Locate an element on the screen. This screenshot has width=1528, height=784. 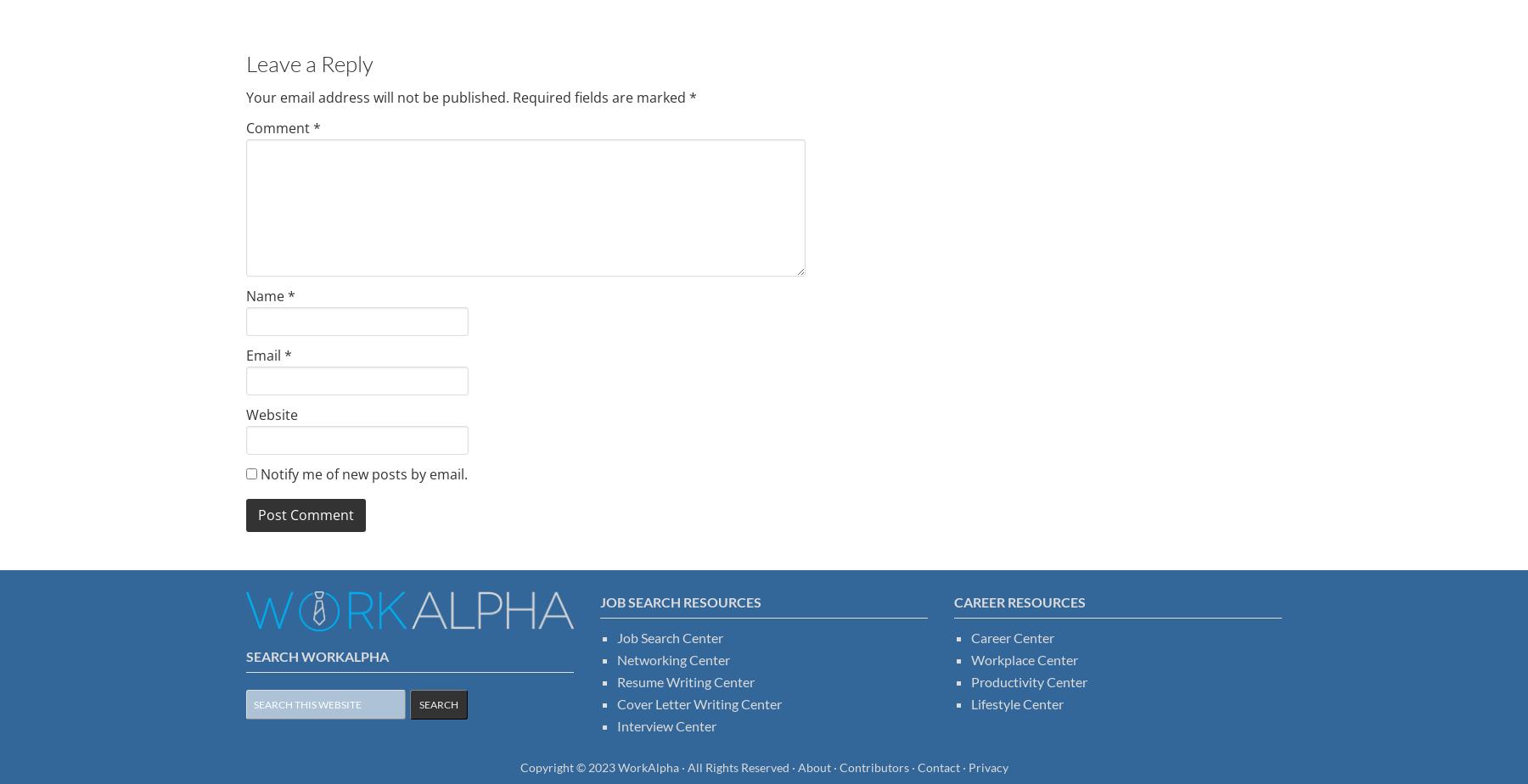
'Contributors' is located at coordinates (874, 766).